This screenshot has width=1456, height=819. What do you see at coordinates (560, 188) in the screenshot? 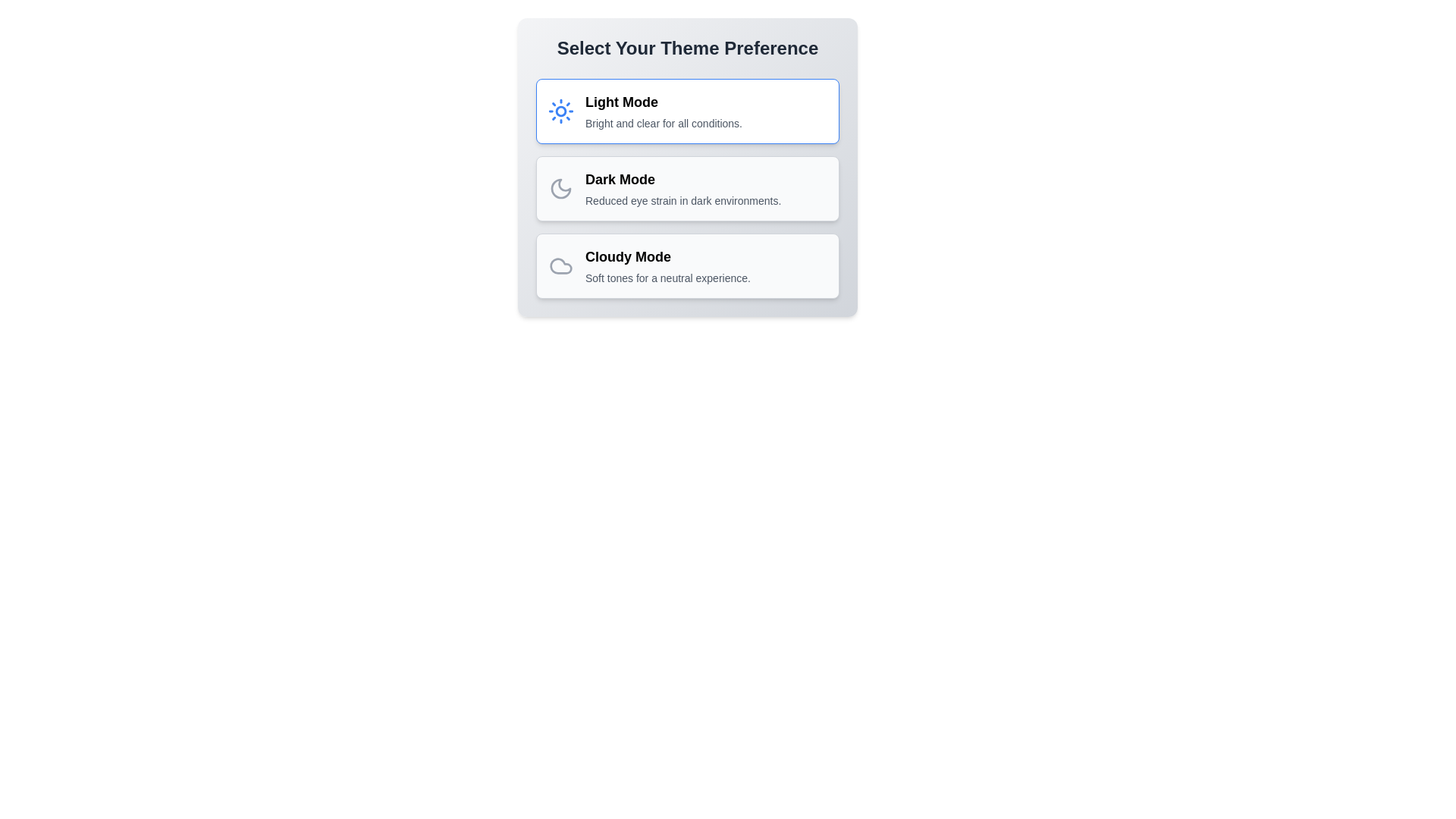
I see `the 'Dark Mode' icon which visually represents the theme option for night or darkness, located to the left of the 'Dark Mode' text` at bounding box center [560, 188].